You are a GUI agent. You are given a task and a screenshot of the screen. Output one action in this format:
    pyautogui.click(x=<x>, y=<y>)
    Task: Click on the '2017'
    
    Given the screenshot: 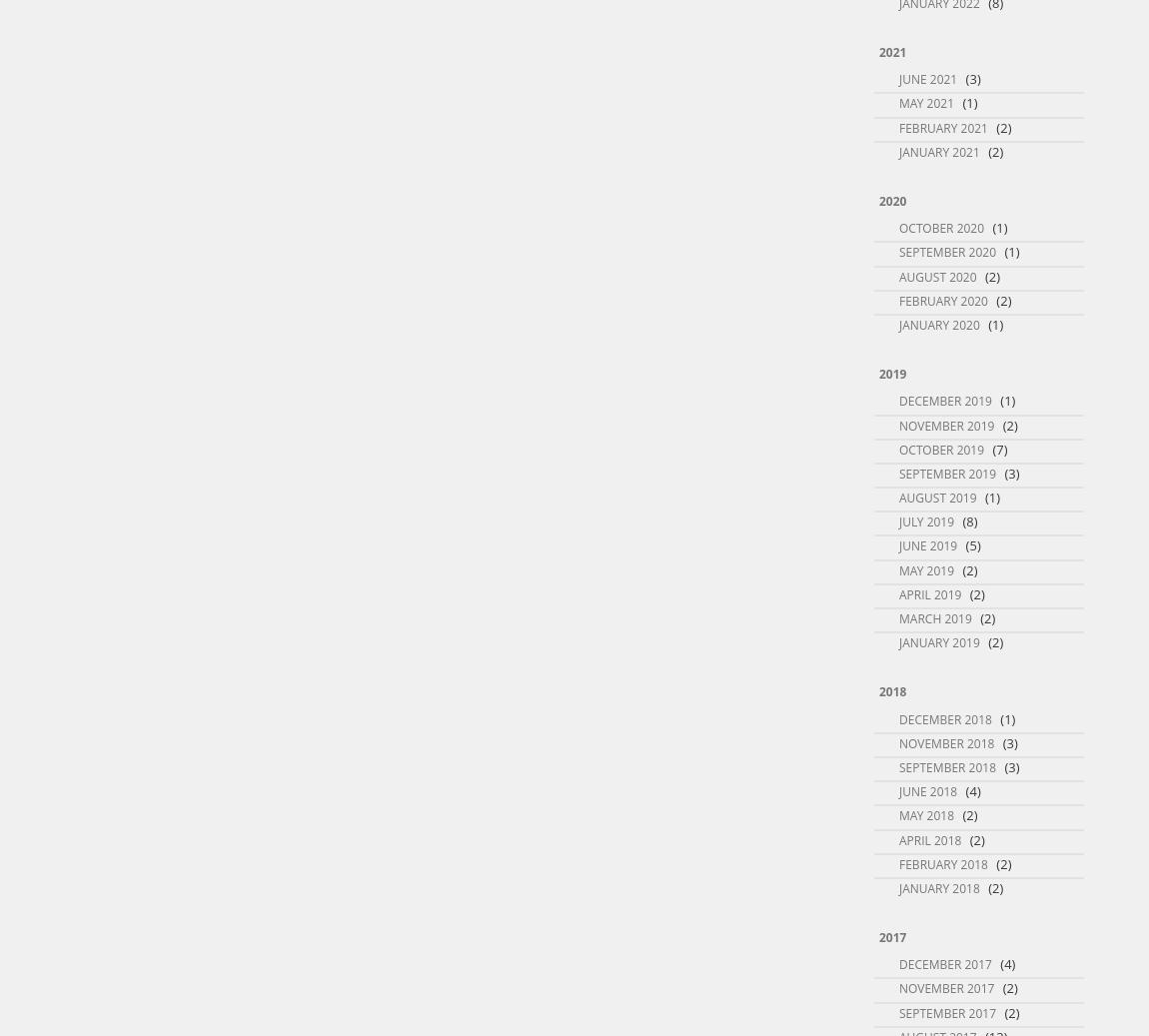 What is the action you would take?
    pyautogui.click(x=892, y=937)
    